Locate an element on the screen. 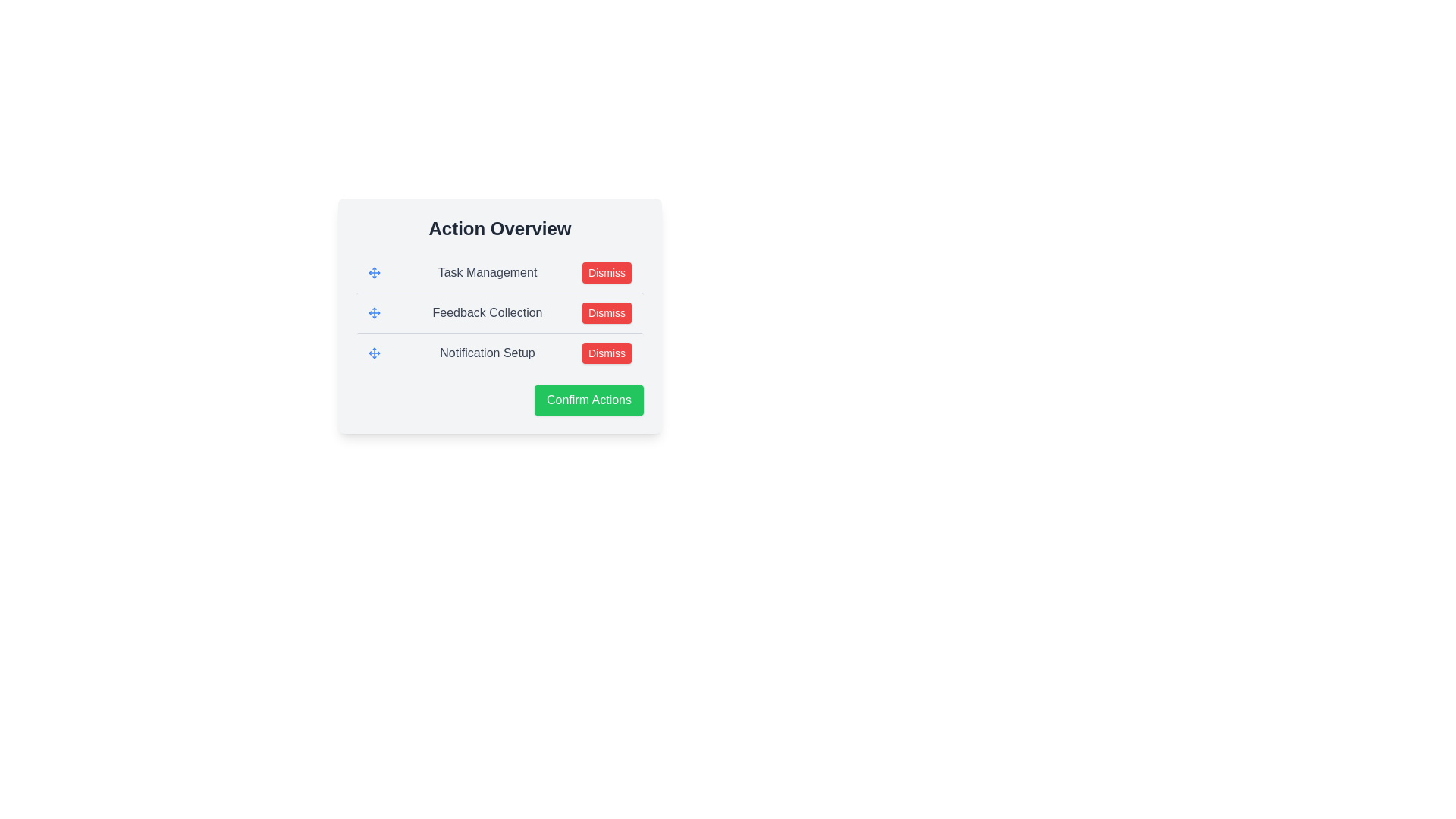 Image resolution: width=1456 pixels, height=819 pixels. the text label positioned horizontally in the second row under 'Action Overview', located between the blue plus icon on the left and the red 'Dismiss' button on the right is located at coordinates (488, 312).